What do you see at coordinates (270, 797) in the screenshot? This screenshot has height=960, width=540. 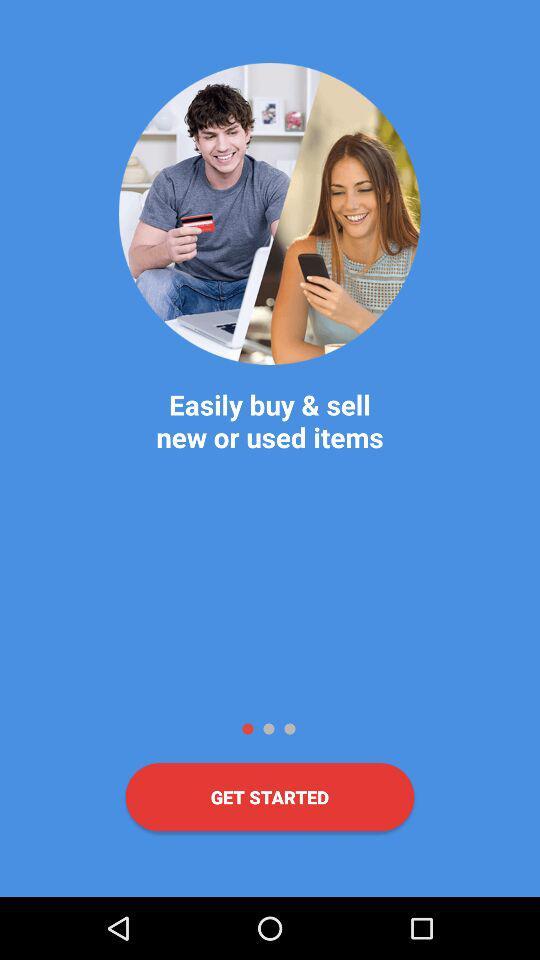 I see `get started item` at bounding box center [270, 797].